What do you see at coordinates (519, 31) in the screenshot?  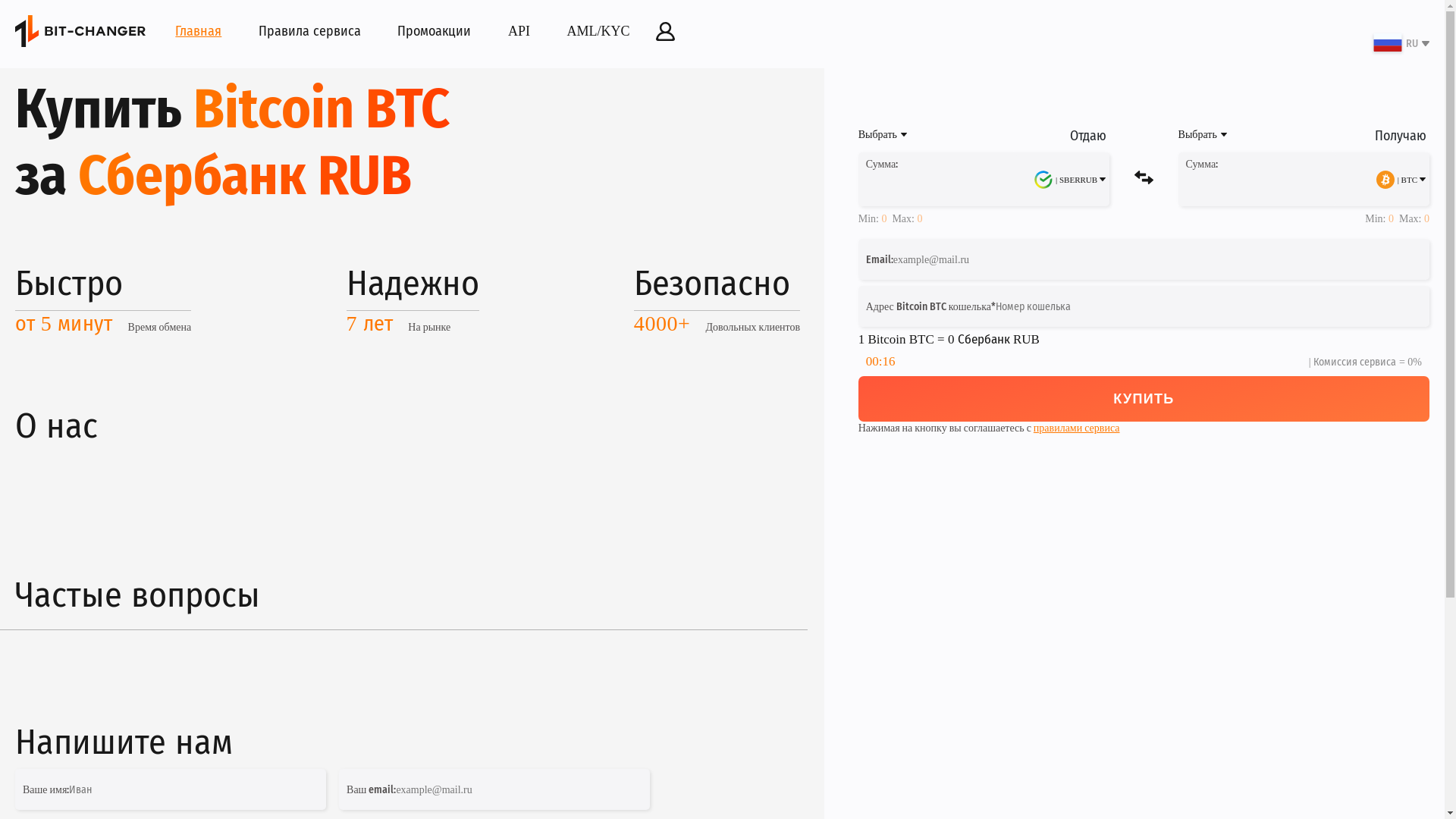 I see `'API'` at bounding box center [519, 31].